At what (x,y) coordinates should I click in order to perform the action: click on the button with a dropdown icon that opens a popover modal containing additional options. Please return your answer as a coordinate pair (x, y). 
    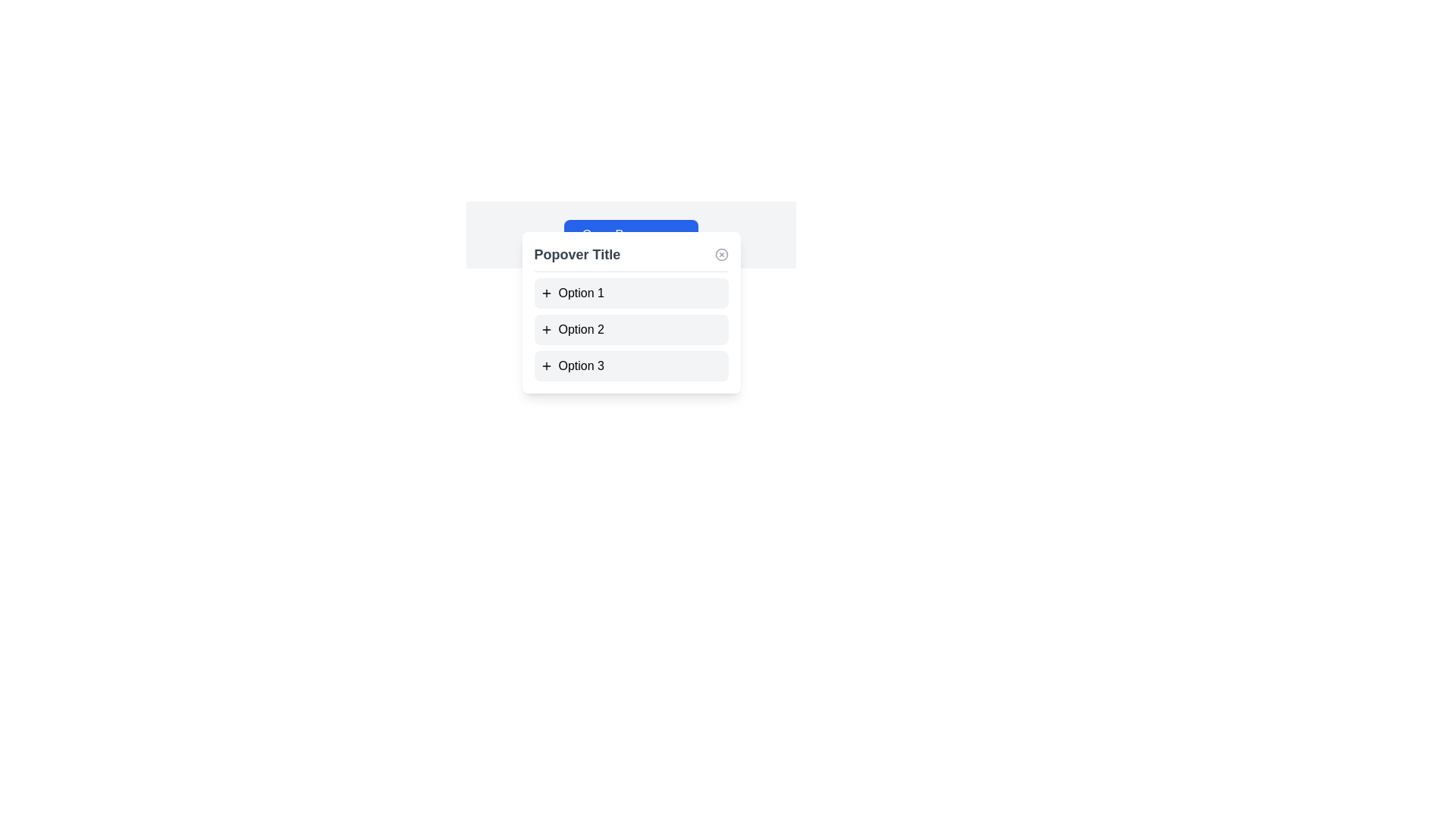
    Looking at the image, I should click on (631, 234).